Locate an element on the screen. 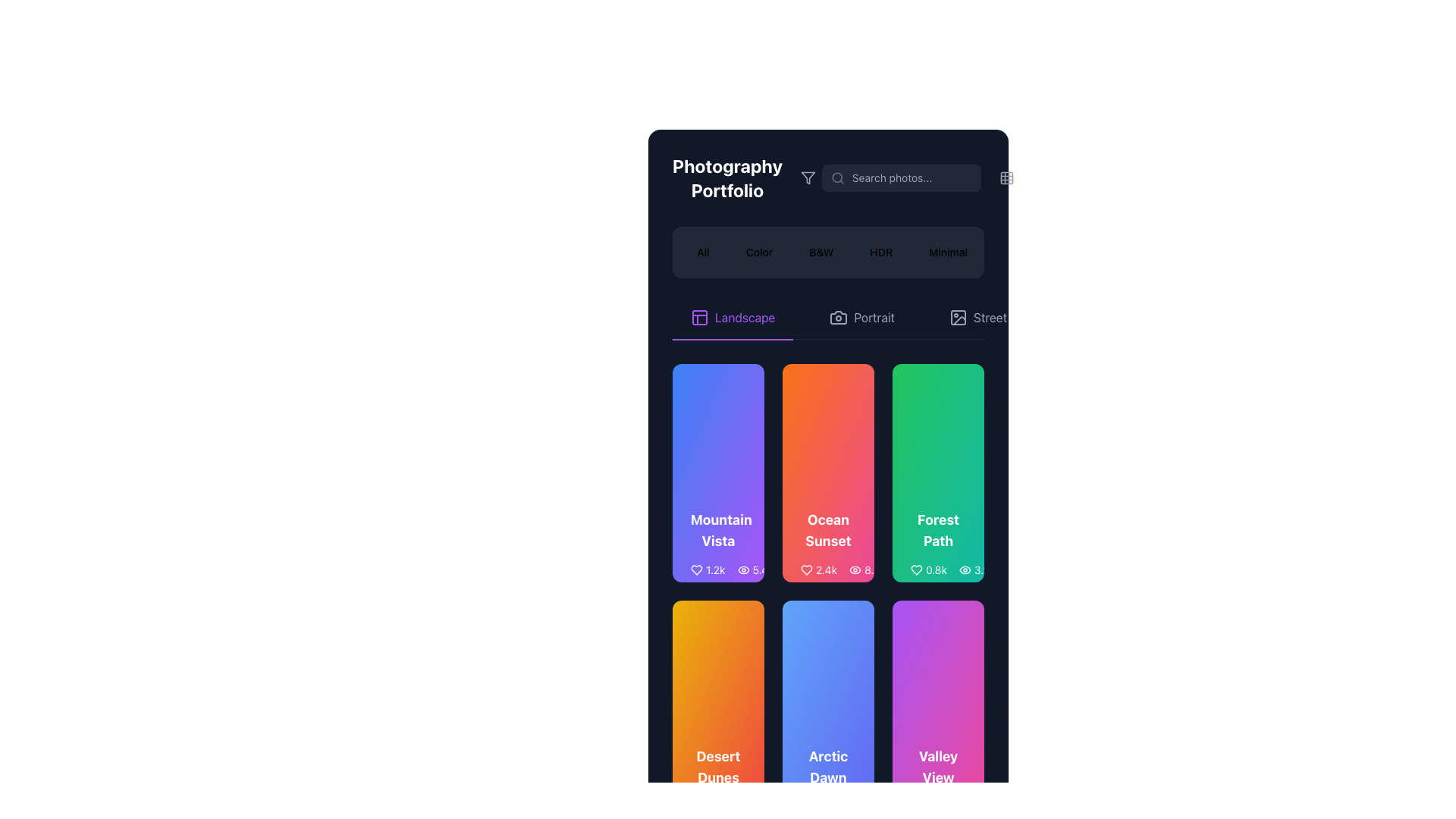  the 'Landscape' filter button located below the 'Photography Portfolio' header is located at coordinates (733, 318).